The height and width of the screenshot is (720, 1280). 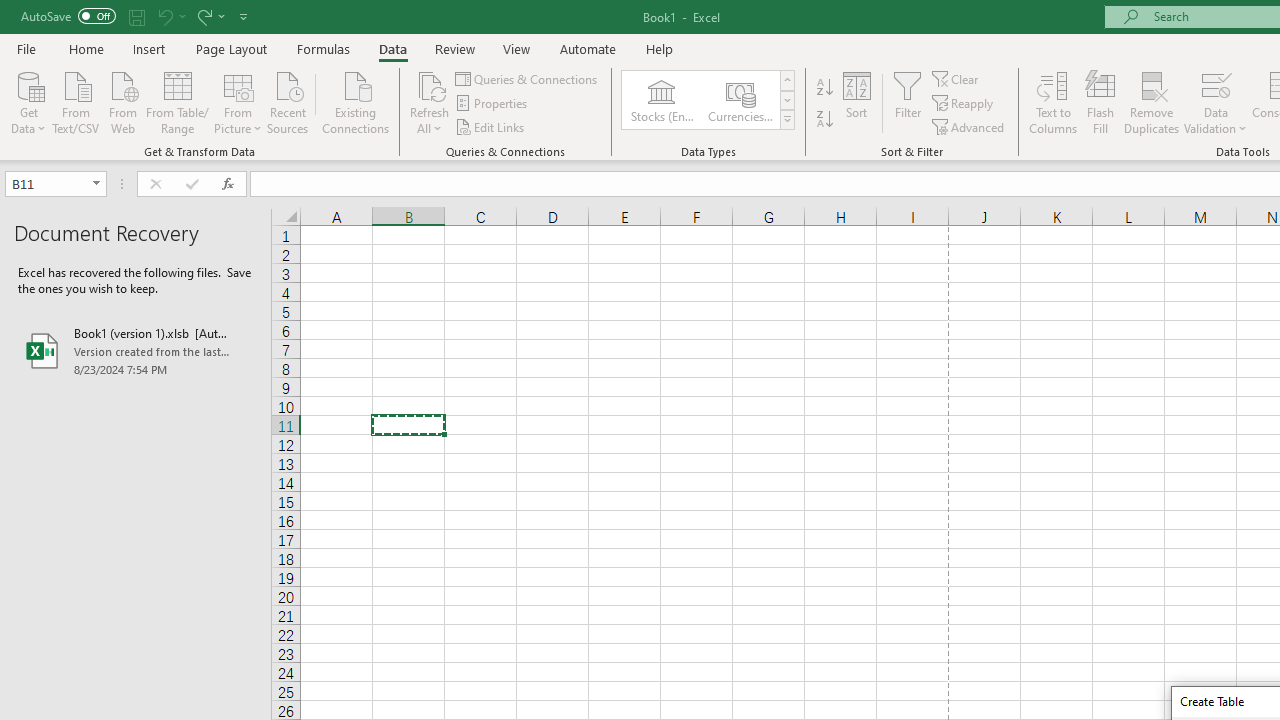 I want to click on 'Properties', so click(x=492, y=103).